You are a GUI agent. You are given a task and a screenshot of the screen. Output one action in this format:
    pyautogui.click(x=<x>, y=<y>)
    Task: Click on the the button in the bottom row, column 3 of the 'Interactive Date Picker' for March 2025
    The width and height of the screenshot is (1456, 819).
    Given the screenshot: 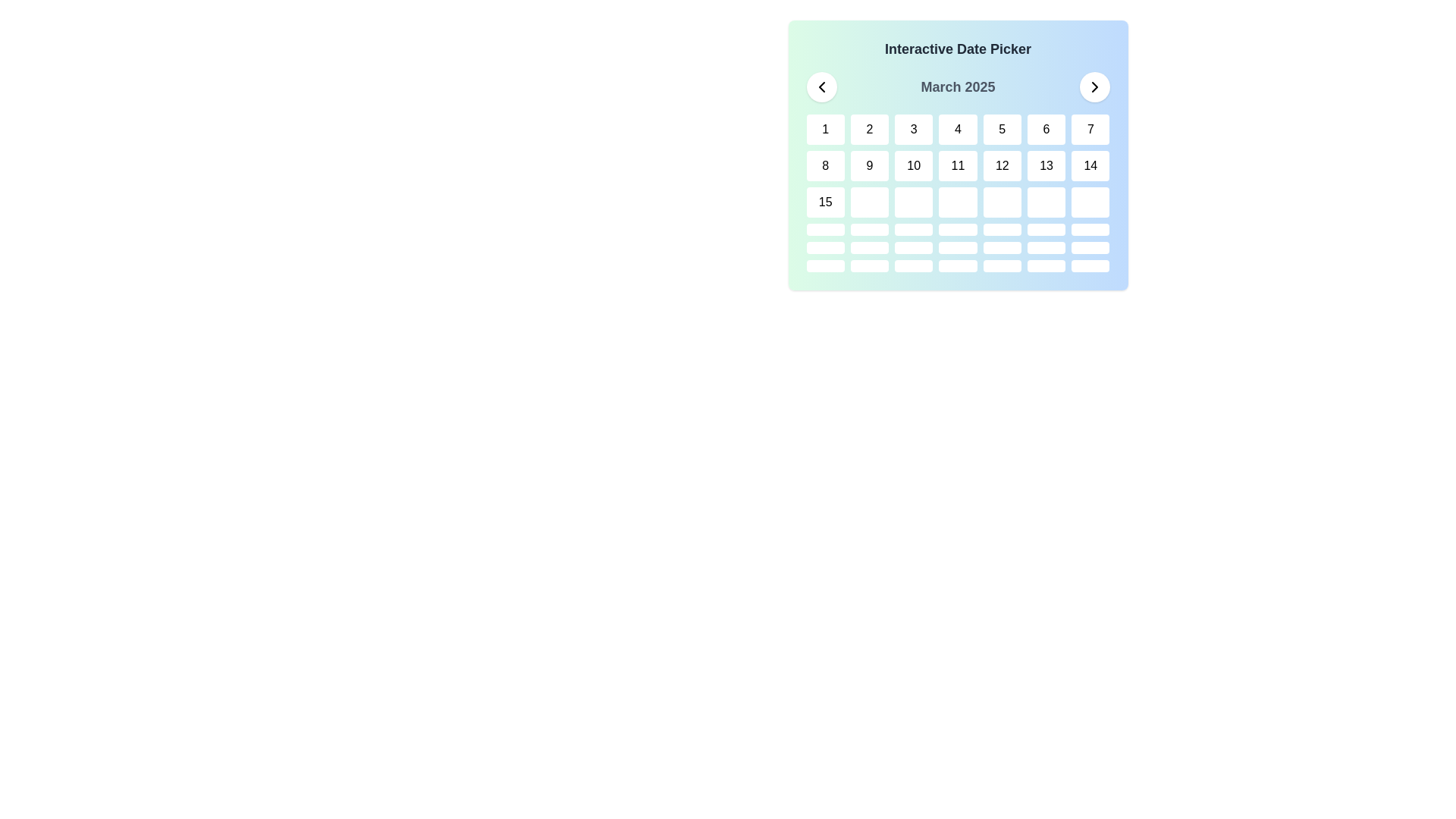 What is the action you would take?
    pyautogui.click(x=913, y=265)
    